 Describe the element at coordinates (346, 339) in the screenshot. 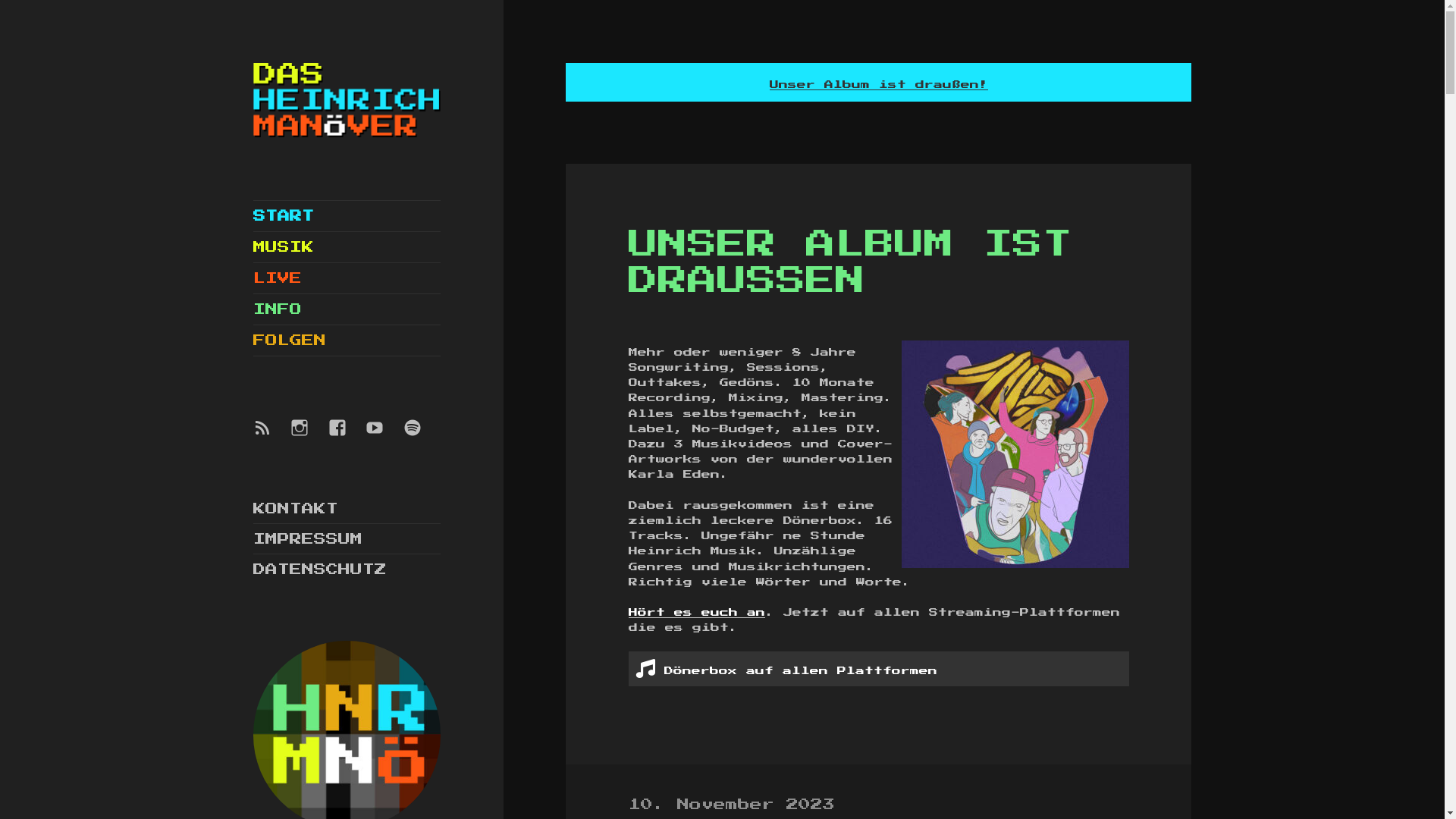

I see `'FOLGEN'` at that location.